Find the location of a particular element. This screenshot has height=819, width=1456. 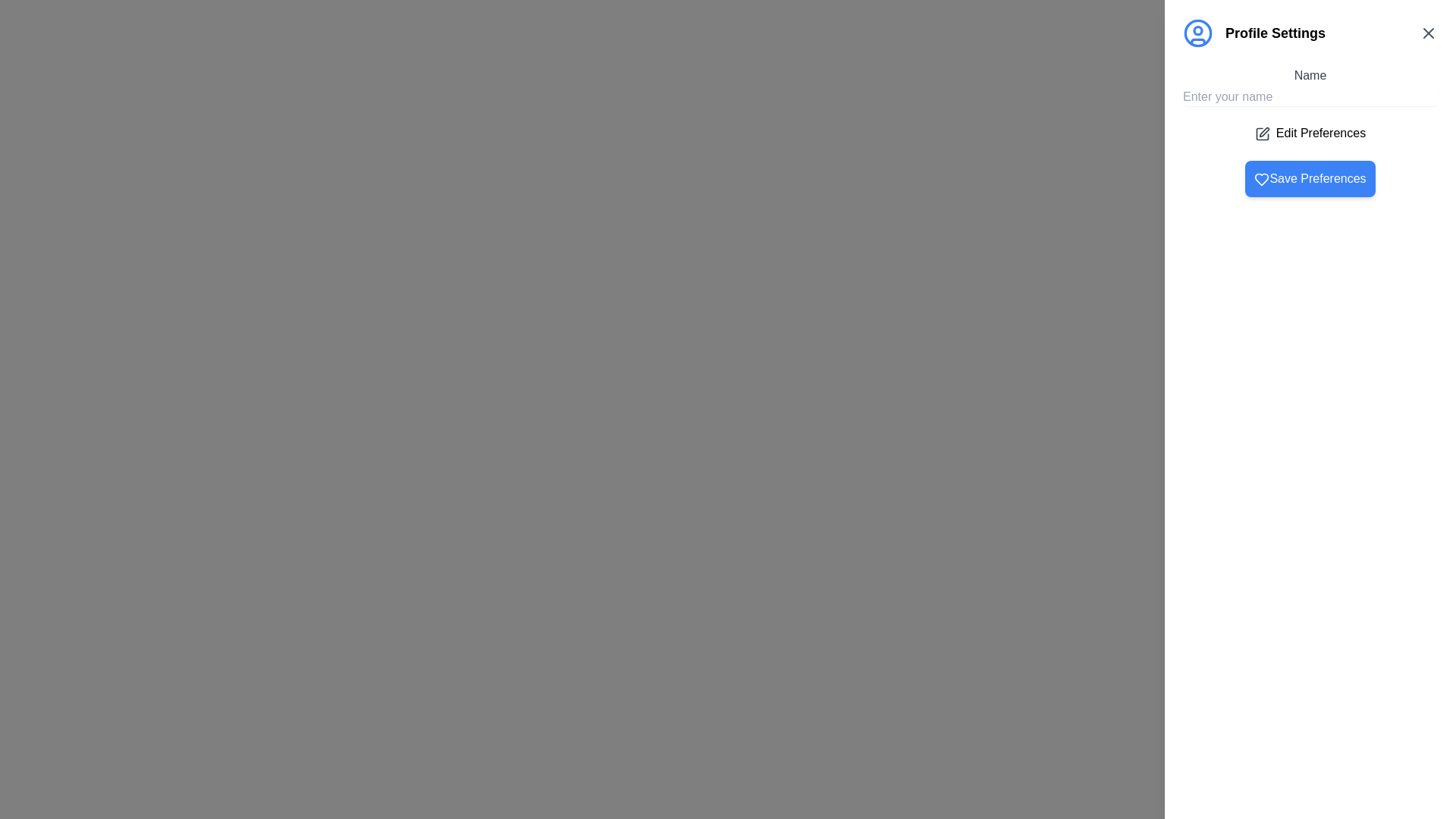

the close button icon, which is an 'X' shape located in the upper-right corner of the right-side panel is located at coordinates (1427, 33).